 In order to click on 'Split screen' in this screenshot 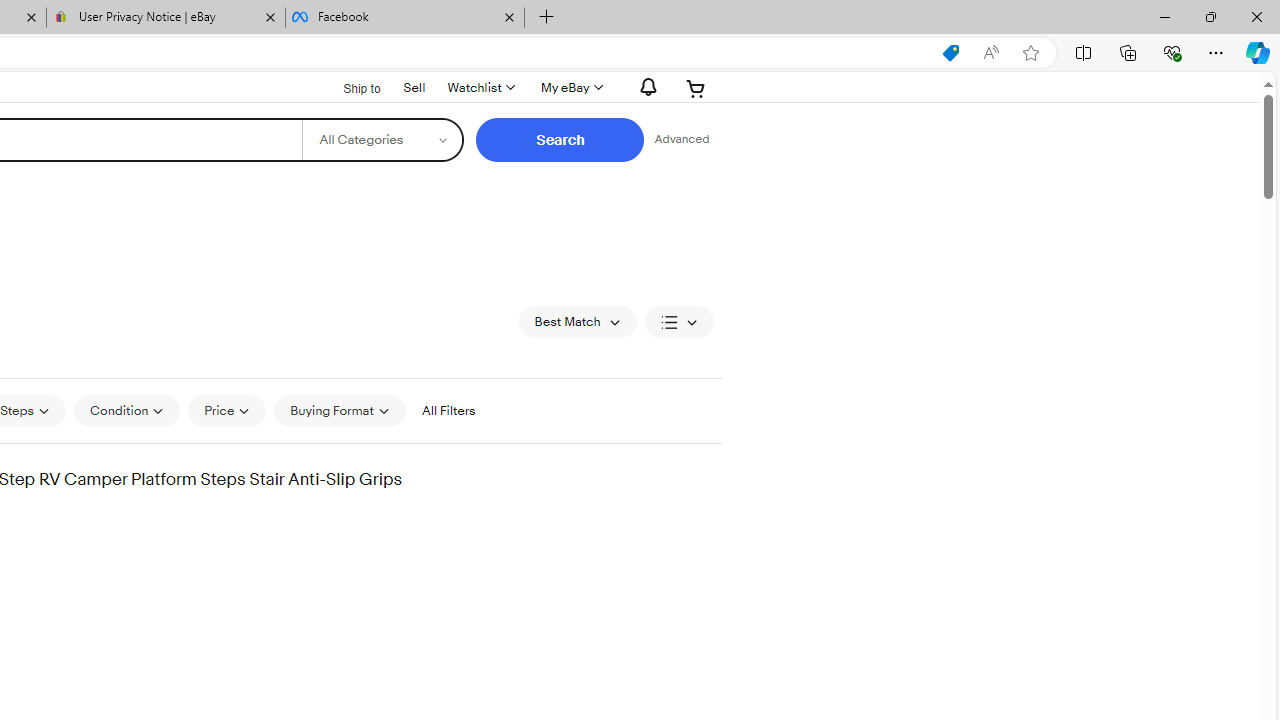, I will do `click(1082, 51)`.